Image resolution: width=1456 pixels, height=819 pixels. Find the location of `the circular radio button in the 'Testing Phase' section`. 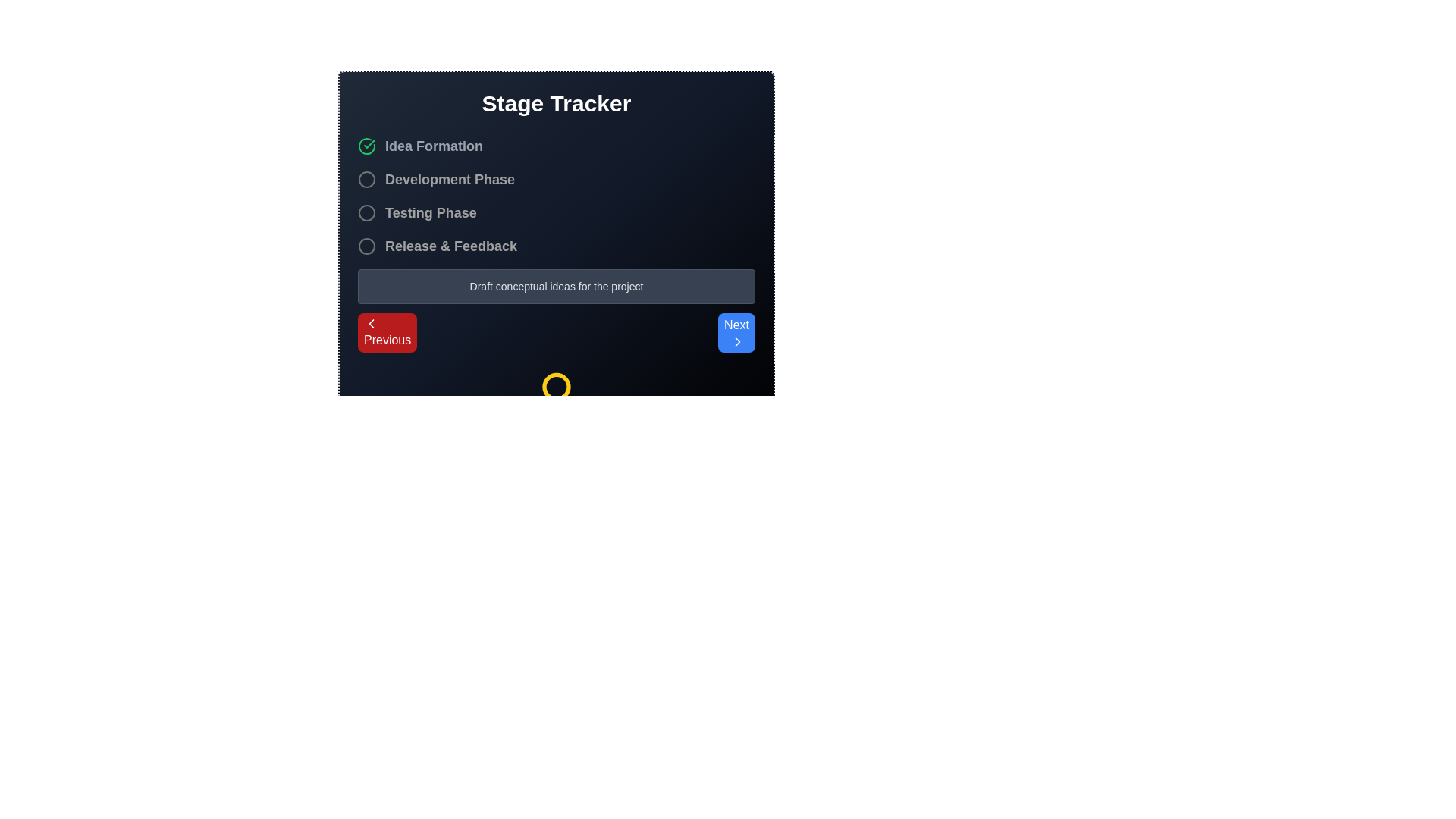

the circular radio button in the 'Testing Phase' section is located at coordinates (367, 213).